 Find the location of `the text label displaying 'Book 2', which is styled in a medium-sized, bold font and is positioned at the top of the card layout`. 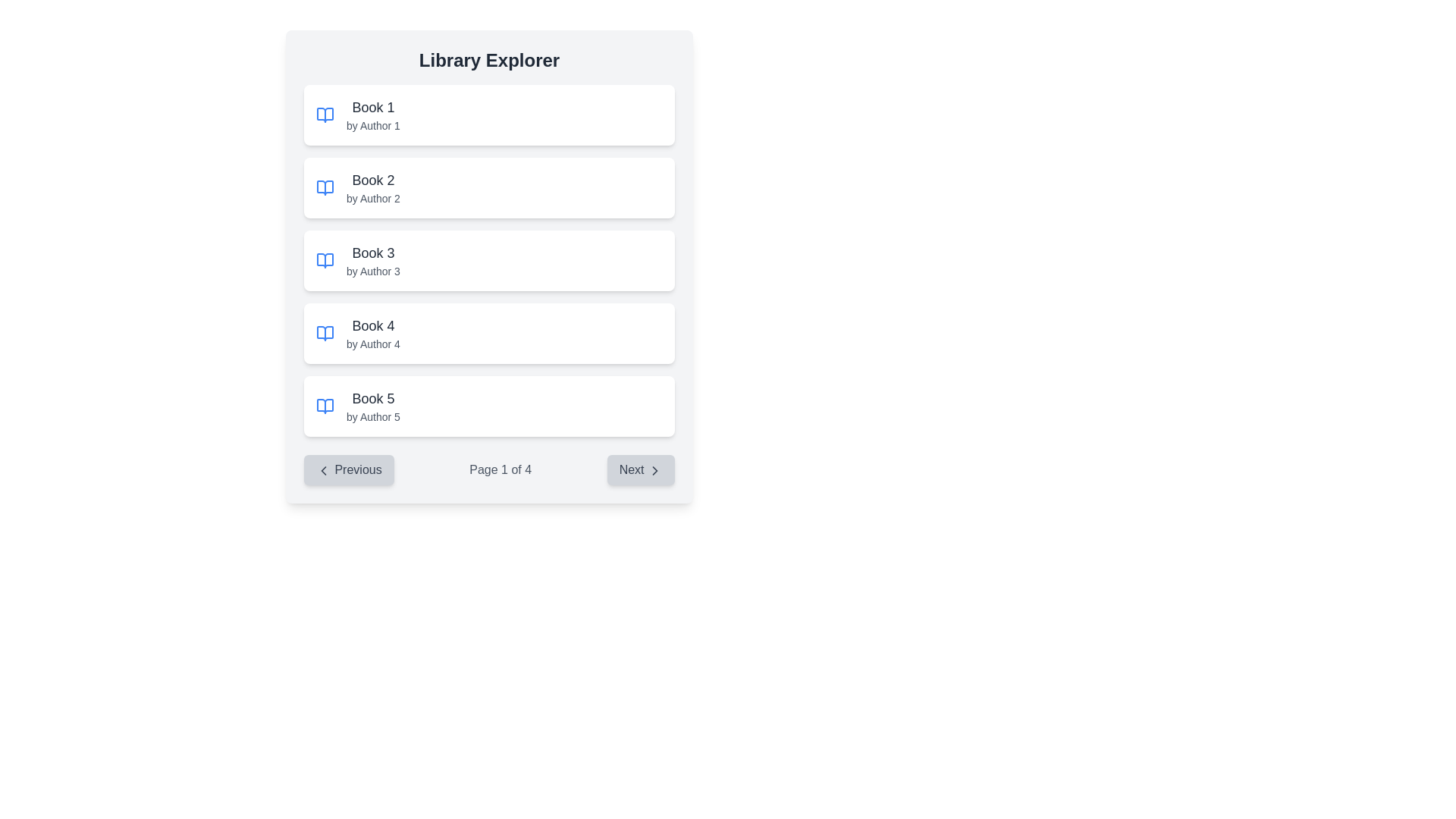

the text label displaying 'Book 2', which is styled in a medium-sized, bold font and is positioned at the top of the card layout is located at coordinates (373, 180).